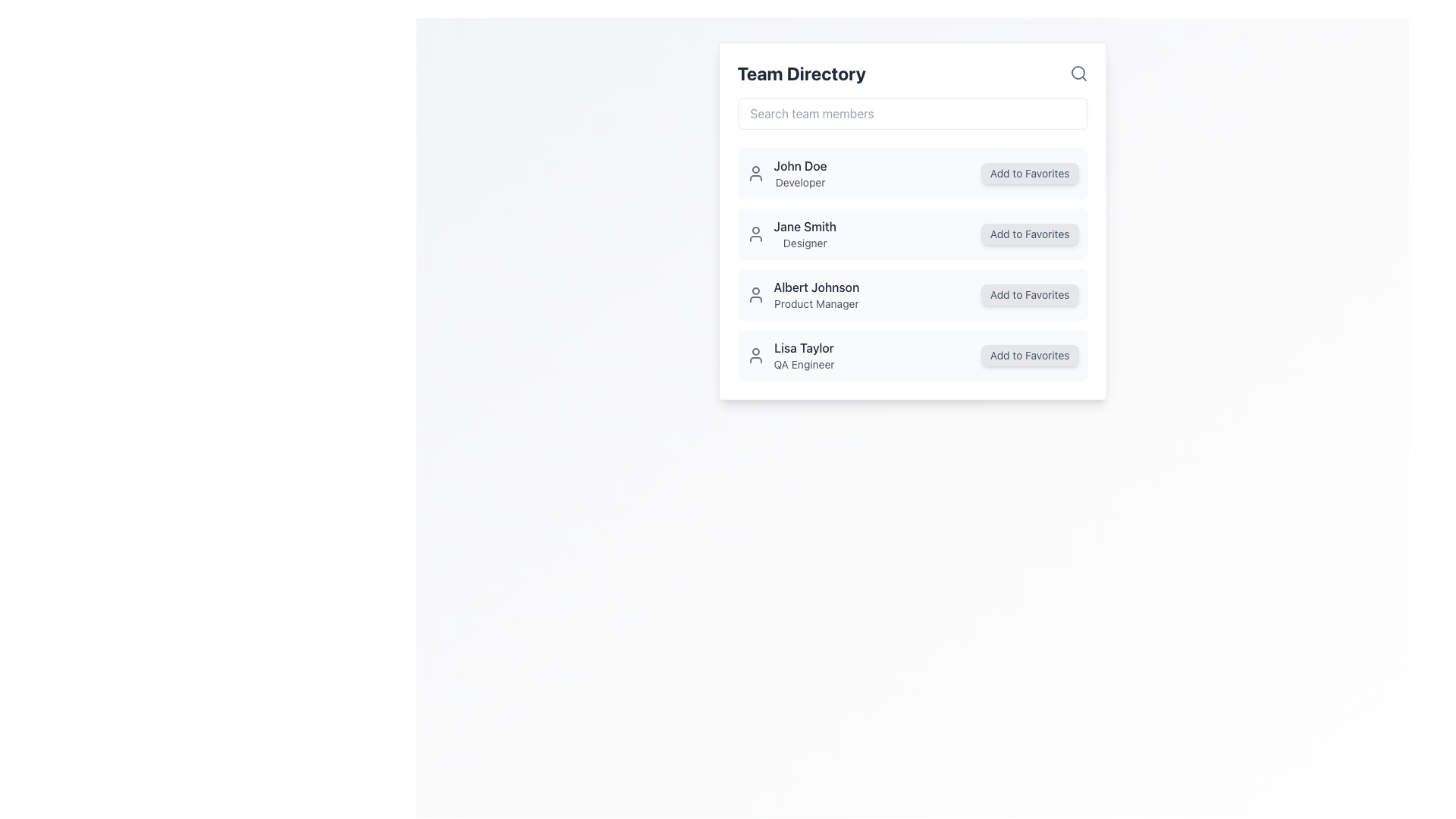  I want to click on the user entry icon for 'Albert Johnson, Product Manager', which is positioned to the left of the names in the team members list, so click(755, 295).